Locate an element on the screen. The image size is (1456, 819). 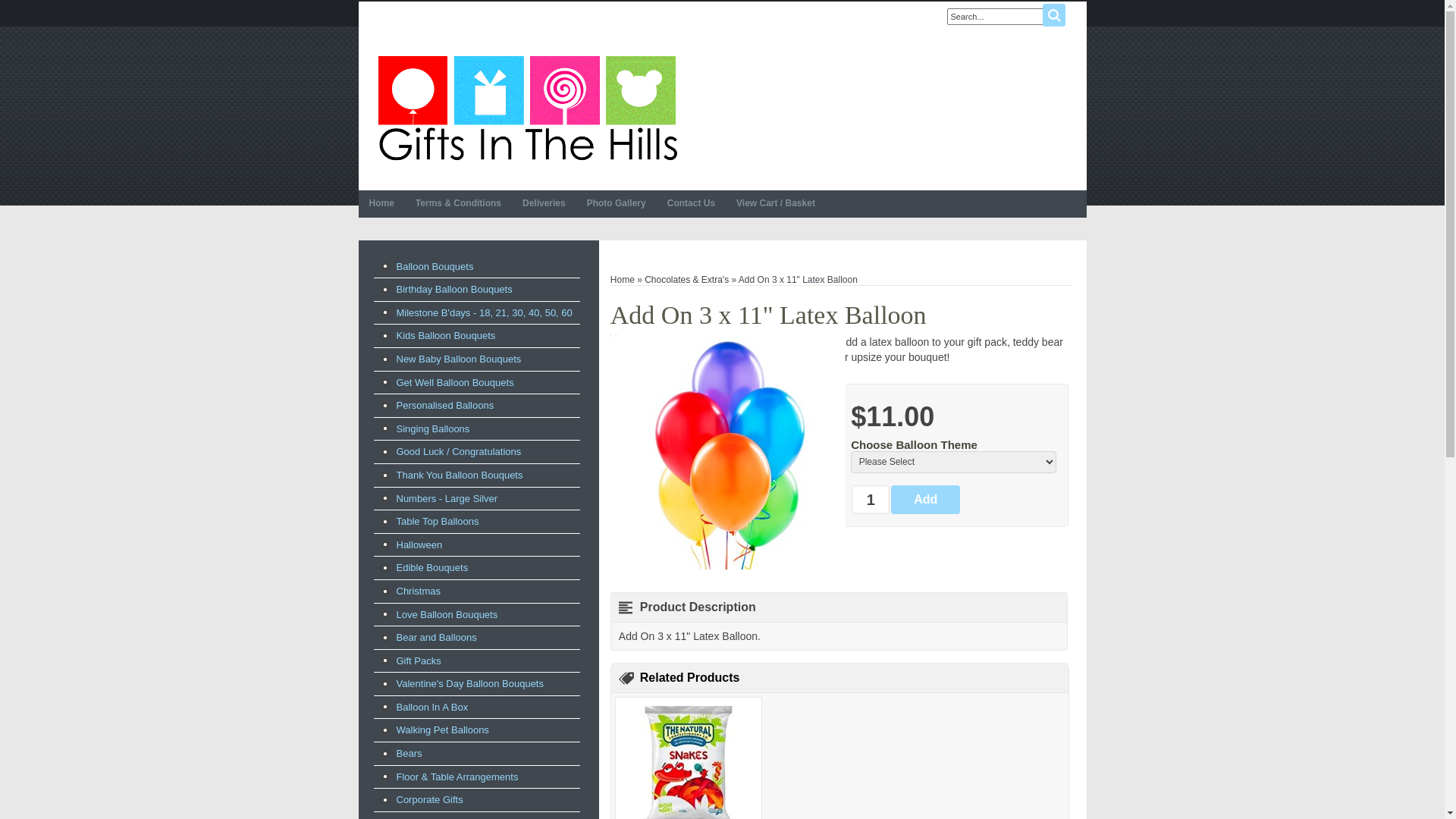
'Bear and Balloons' is located at coordinates (372, 637).